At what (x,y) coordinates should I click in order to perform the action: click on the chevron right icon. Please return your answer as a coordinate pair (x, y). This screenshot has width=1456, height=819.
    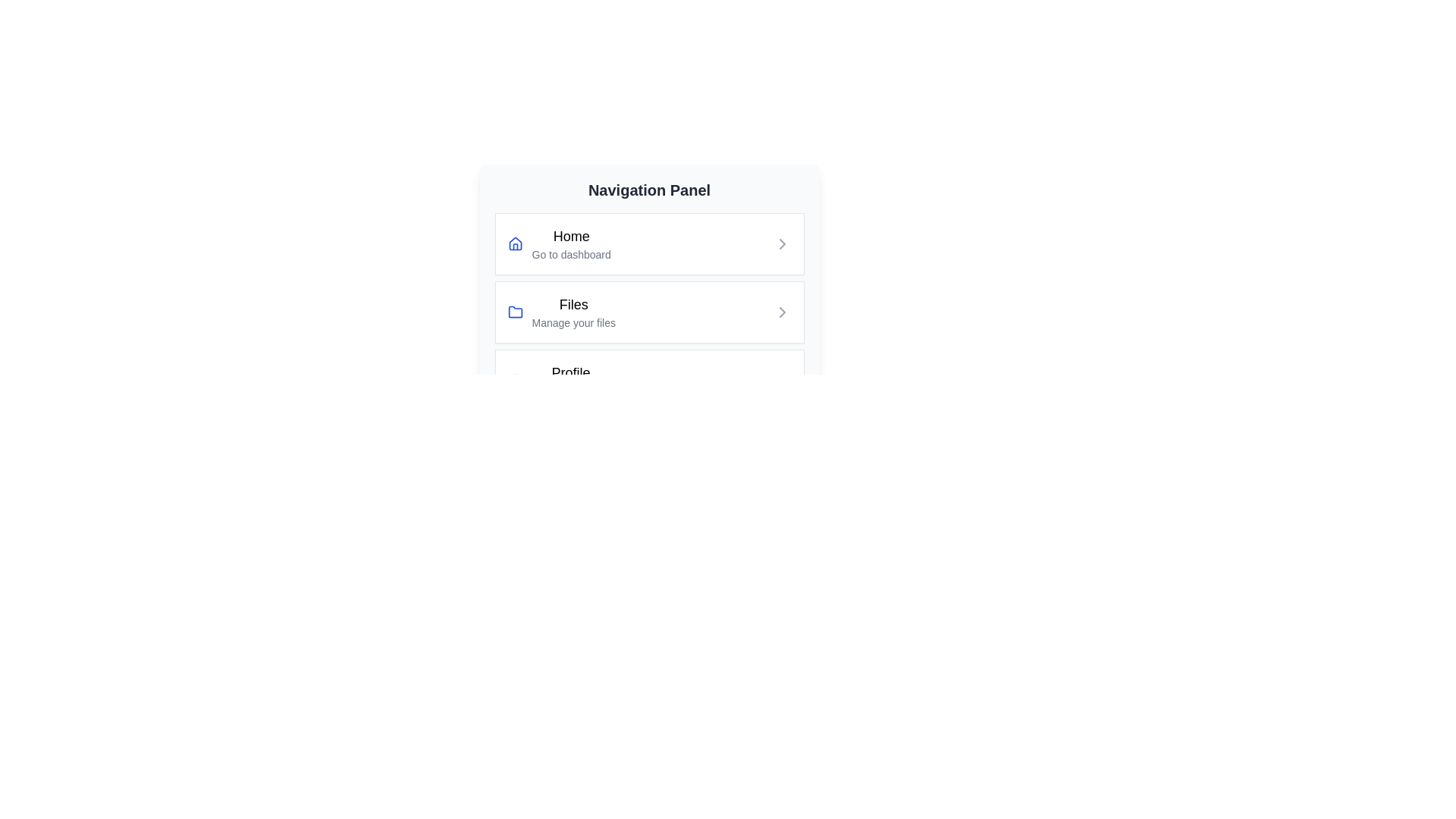
    Looking at the image, I should click on (782, 312).